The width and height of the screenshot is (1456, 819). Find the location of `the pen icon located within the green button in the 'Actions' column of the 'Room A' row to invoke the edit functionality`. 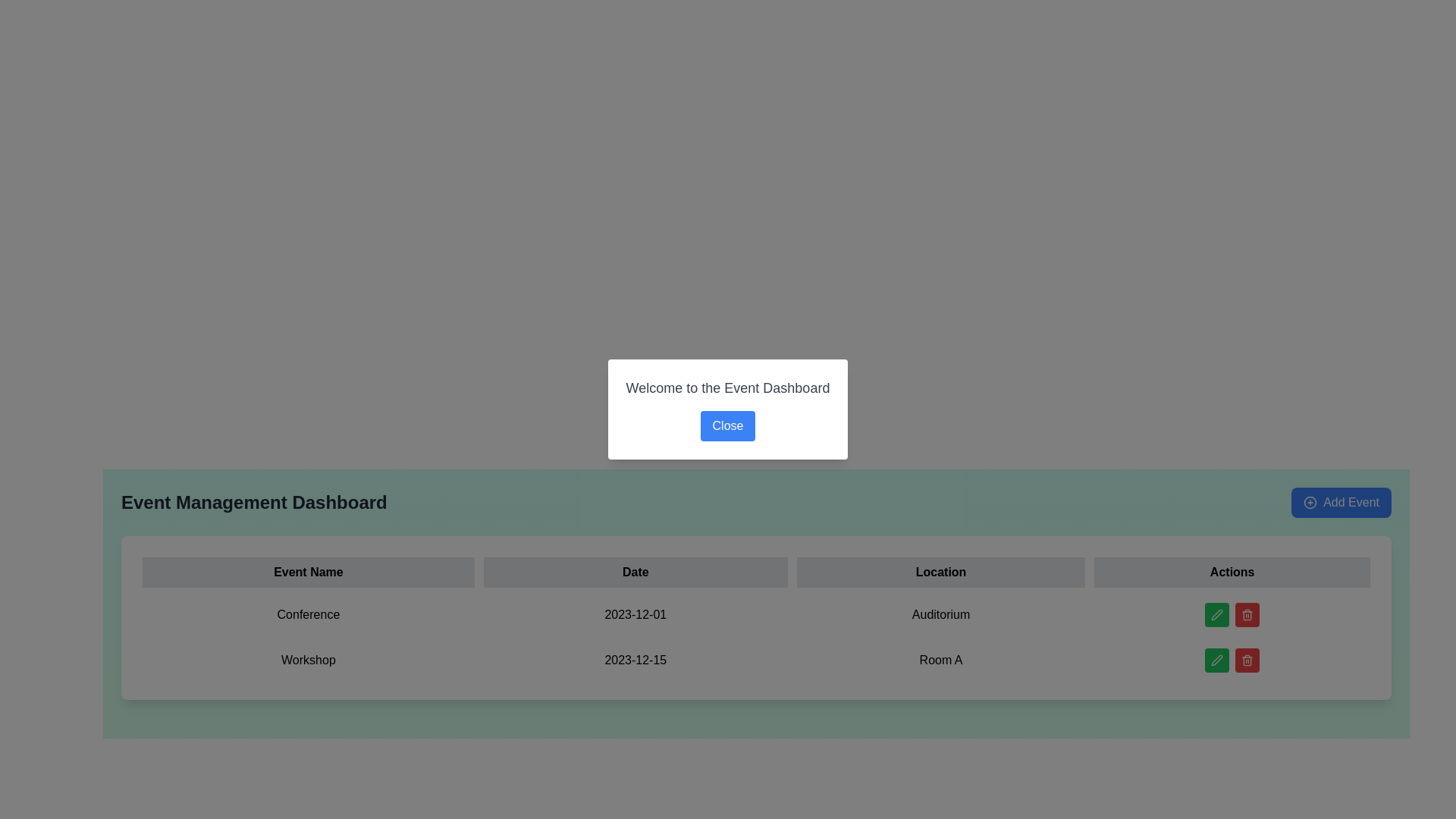

the pen icon located within the green button in the 'Actions' column of the 'Room A' row to invoke the edit functionality is located at coordinates (1217, 660).